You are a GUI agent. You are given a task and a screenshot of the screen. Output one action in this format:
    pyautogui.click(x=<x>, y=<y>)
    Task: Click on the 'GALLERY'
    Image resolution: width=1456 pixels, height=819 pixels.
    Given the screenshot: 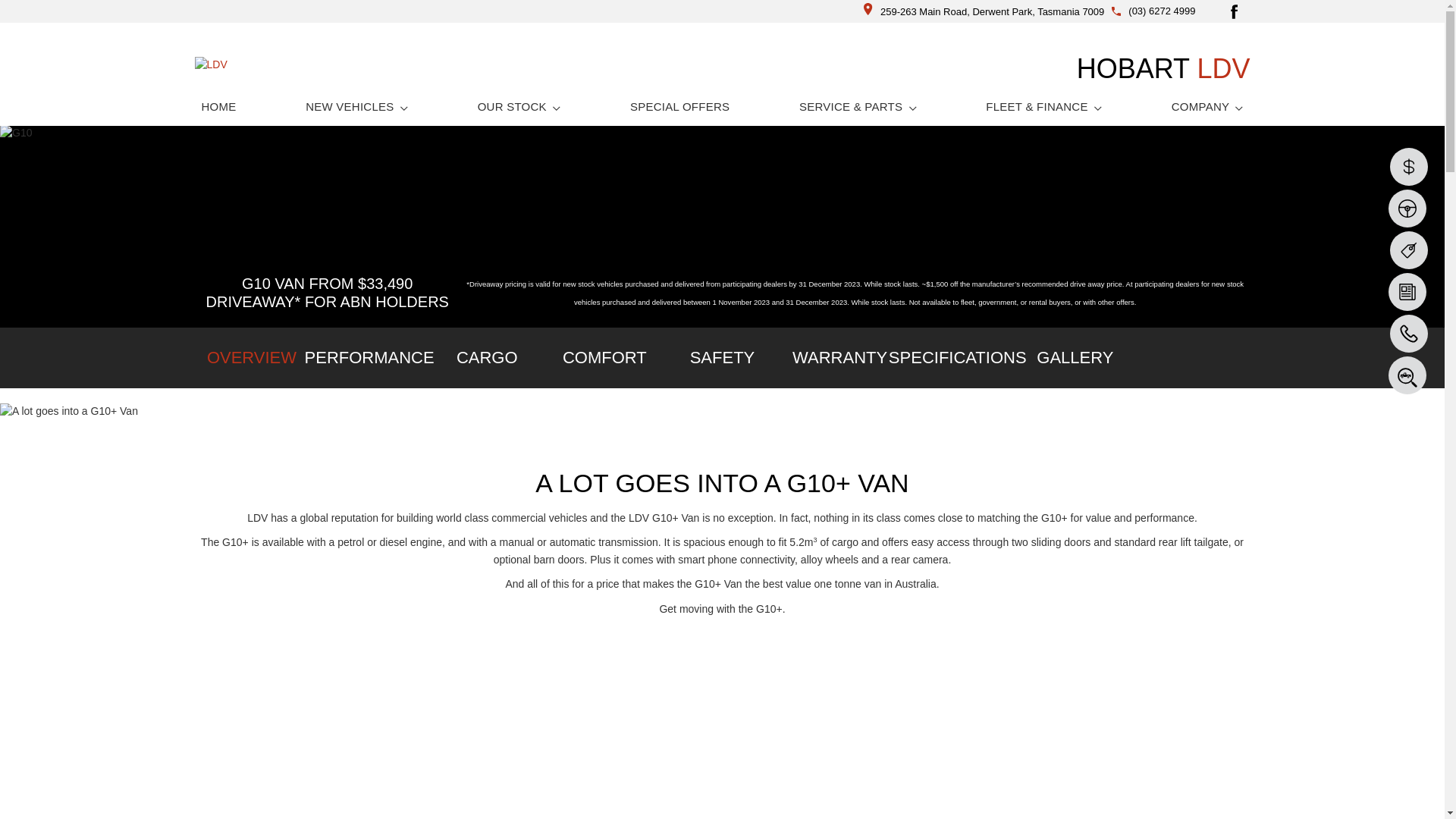 What is the action you would take?
    pyautogui.click(x=1074, y=357)
    